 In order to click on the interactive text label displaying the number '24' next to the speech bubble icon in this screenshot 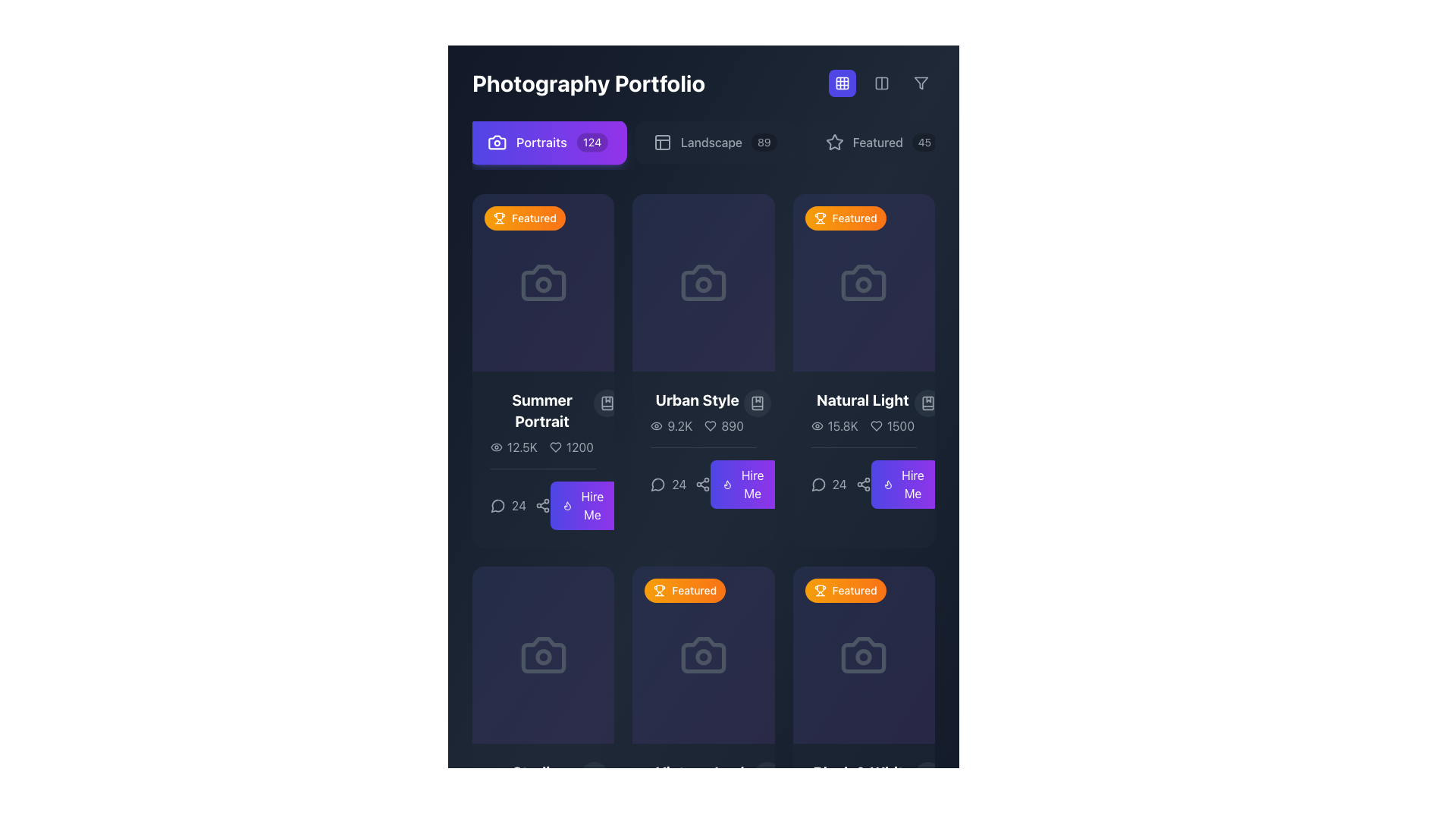, I will do `click(667, 485)`.